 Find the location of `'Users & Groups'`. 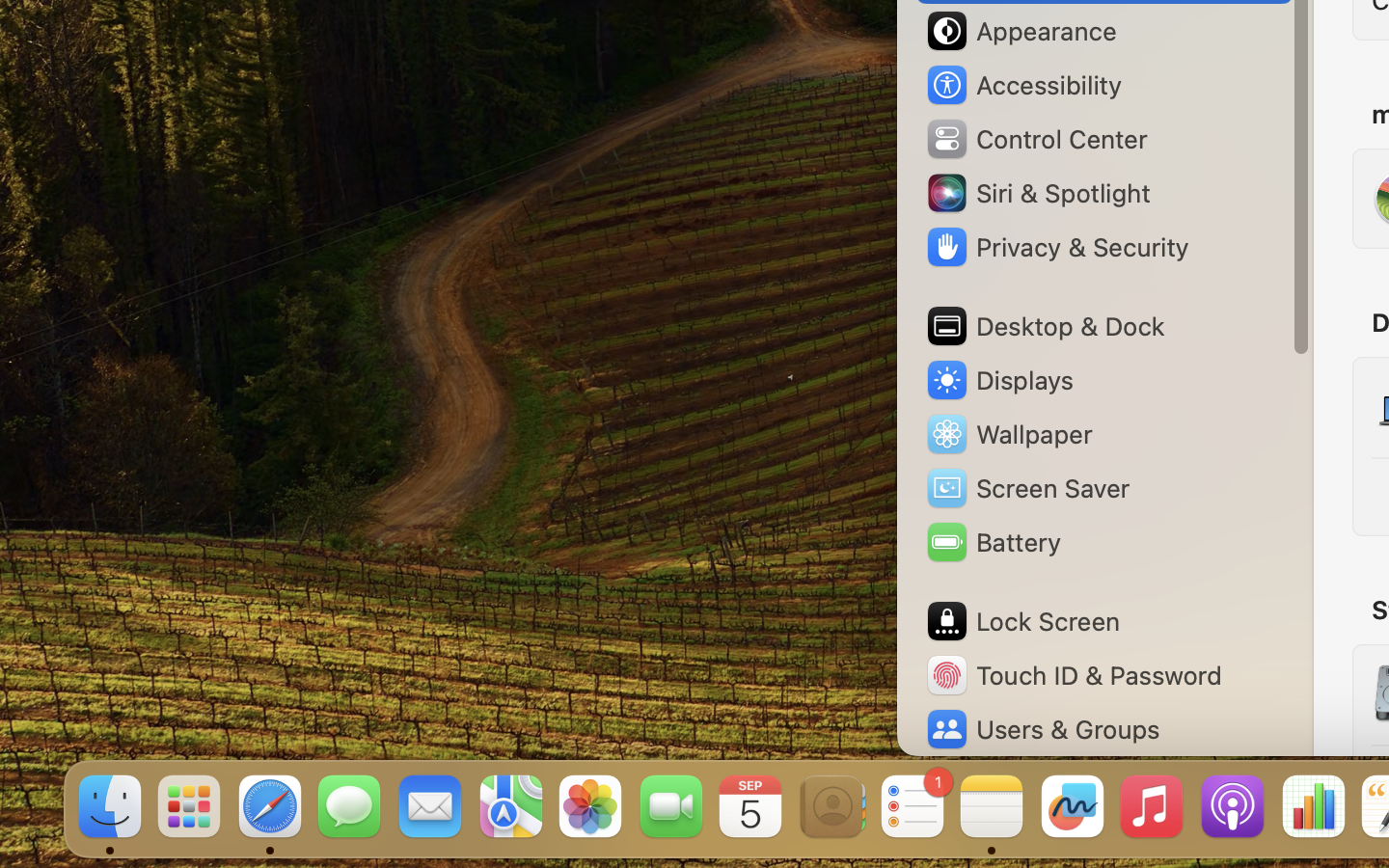

'Users & Groups' is located at coordinates (1042, 728).